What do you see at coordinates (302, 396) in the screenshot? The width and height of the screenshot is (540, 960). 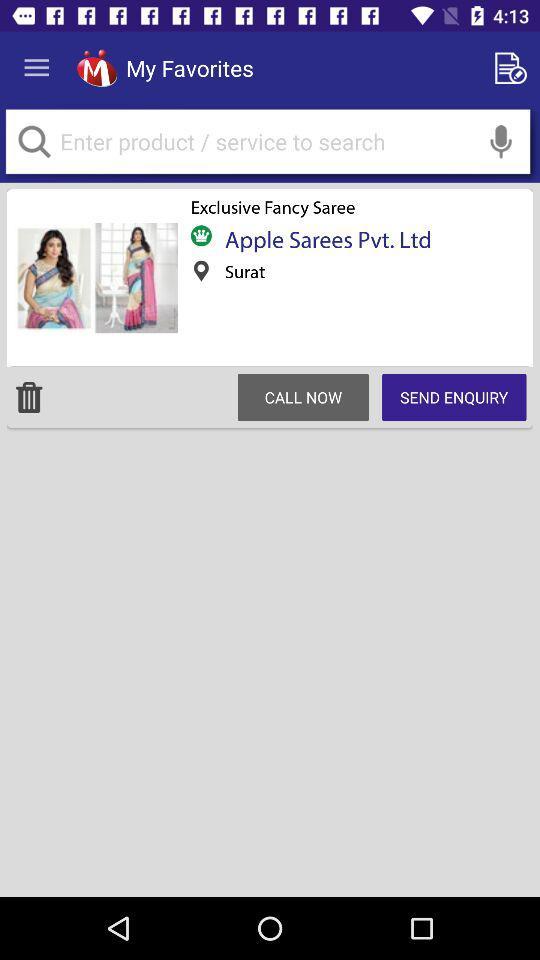 I see `call now at the center` at bounding box center [302, 396].